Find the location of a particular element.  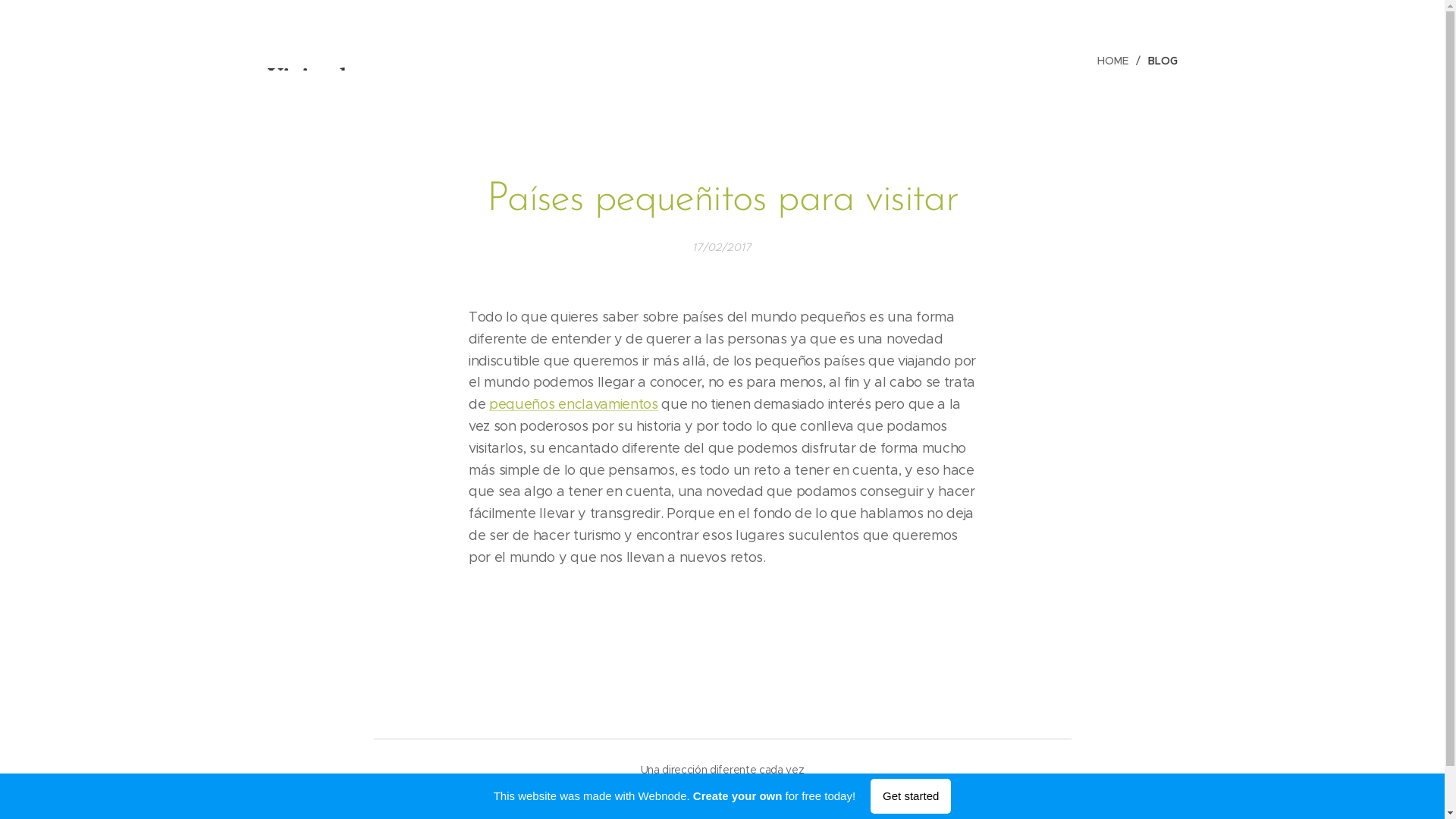

'BLOG' is located at coordinates (1158, 60).